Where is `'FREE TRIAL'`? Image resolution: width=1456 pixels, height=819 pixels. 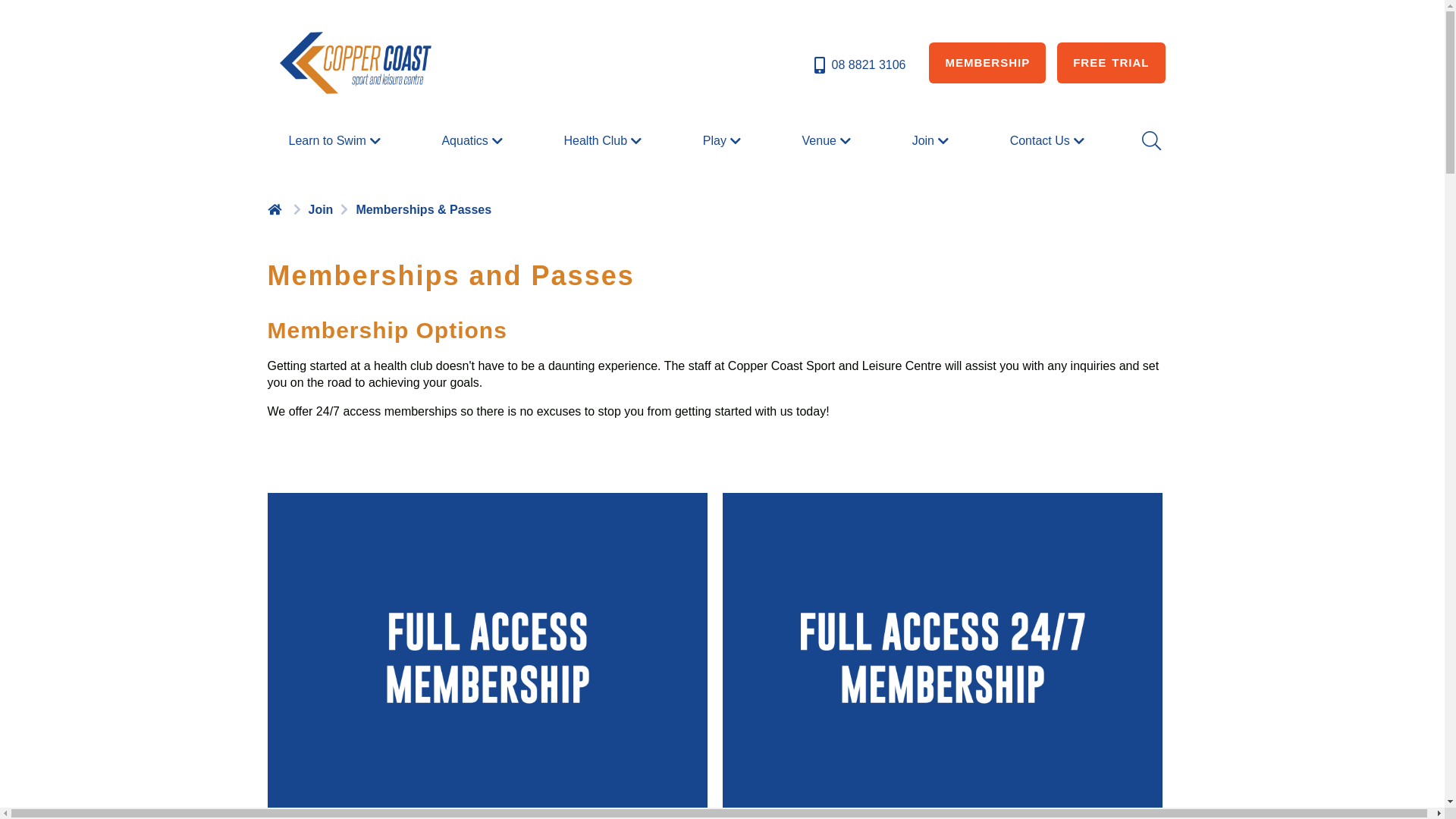
'FREE TRIAL' is located at coordinates (1110, 62).